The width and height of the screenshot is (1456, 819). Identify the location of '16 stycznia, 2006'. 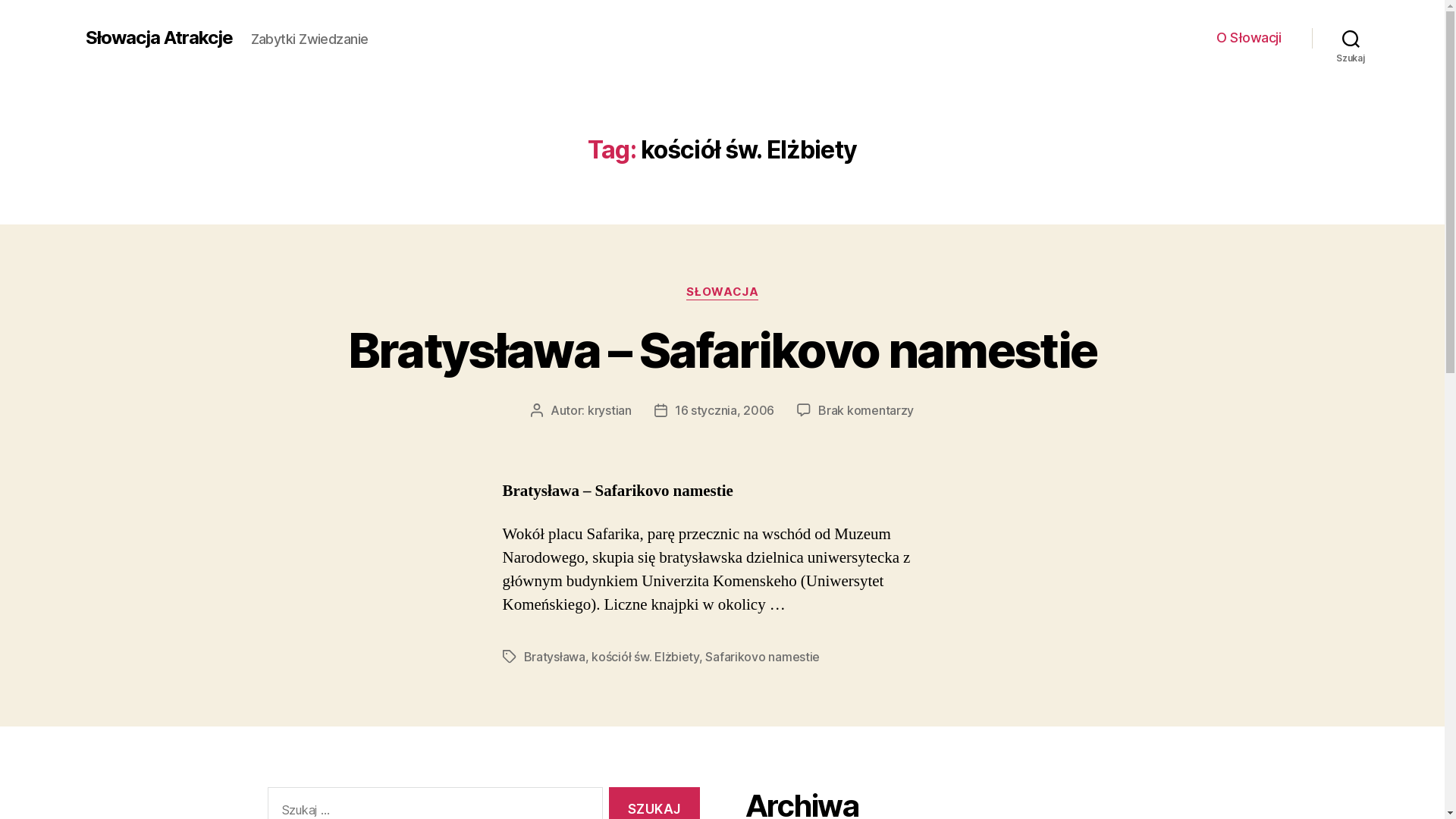
(723, 409).